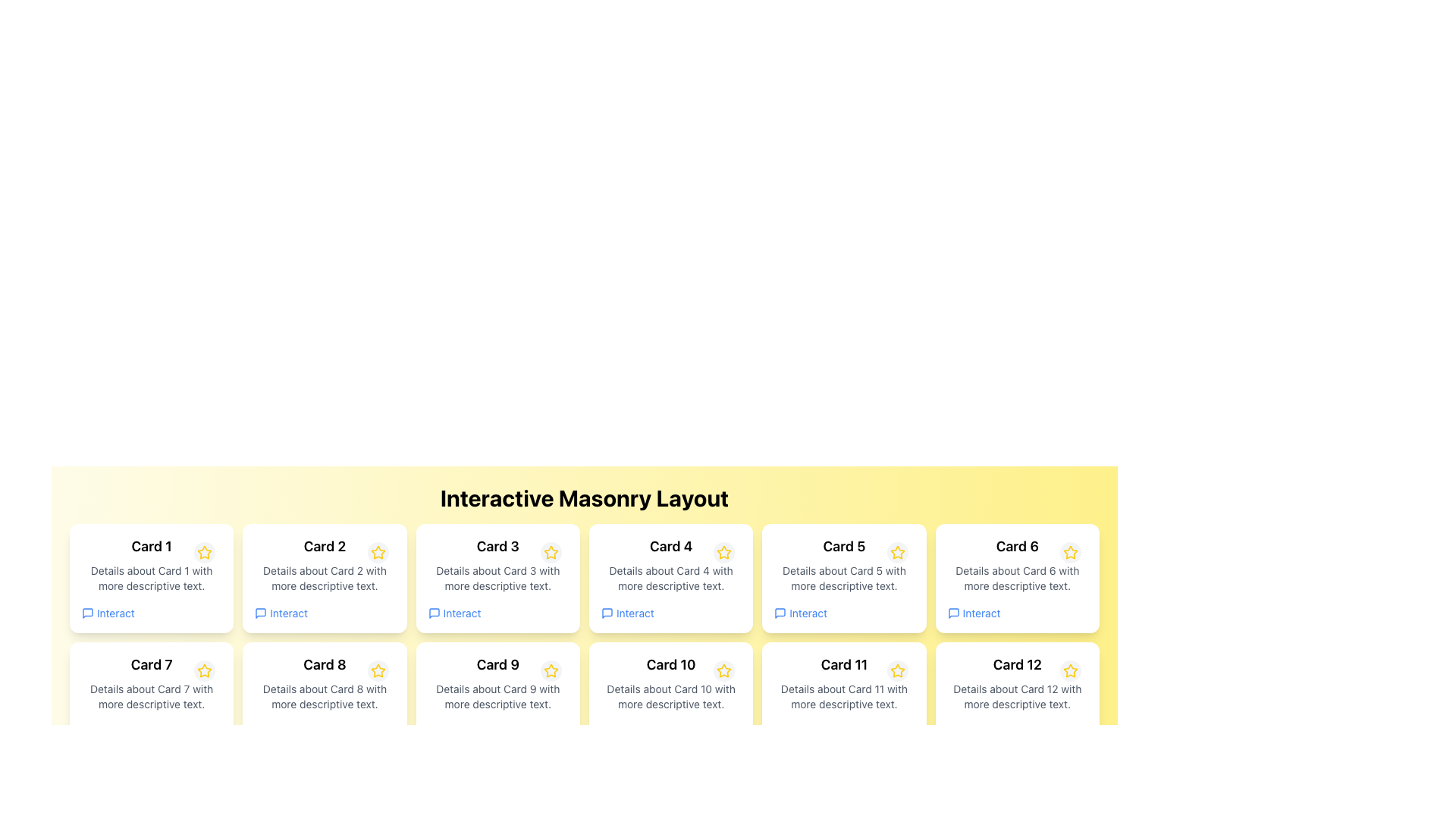 The width and height of the screenshot is (1456, 819). What do you see at coordinates (974, 613) in the screenshot?
I see `the 'Interact' text button with a chat bubble icon to observe the underline effect when hovered over` at bounding box center [974, 613].